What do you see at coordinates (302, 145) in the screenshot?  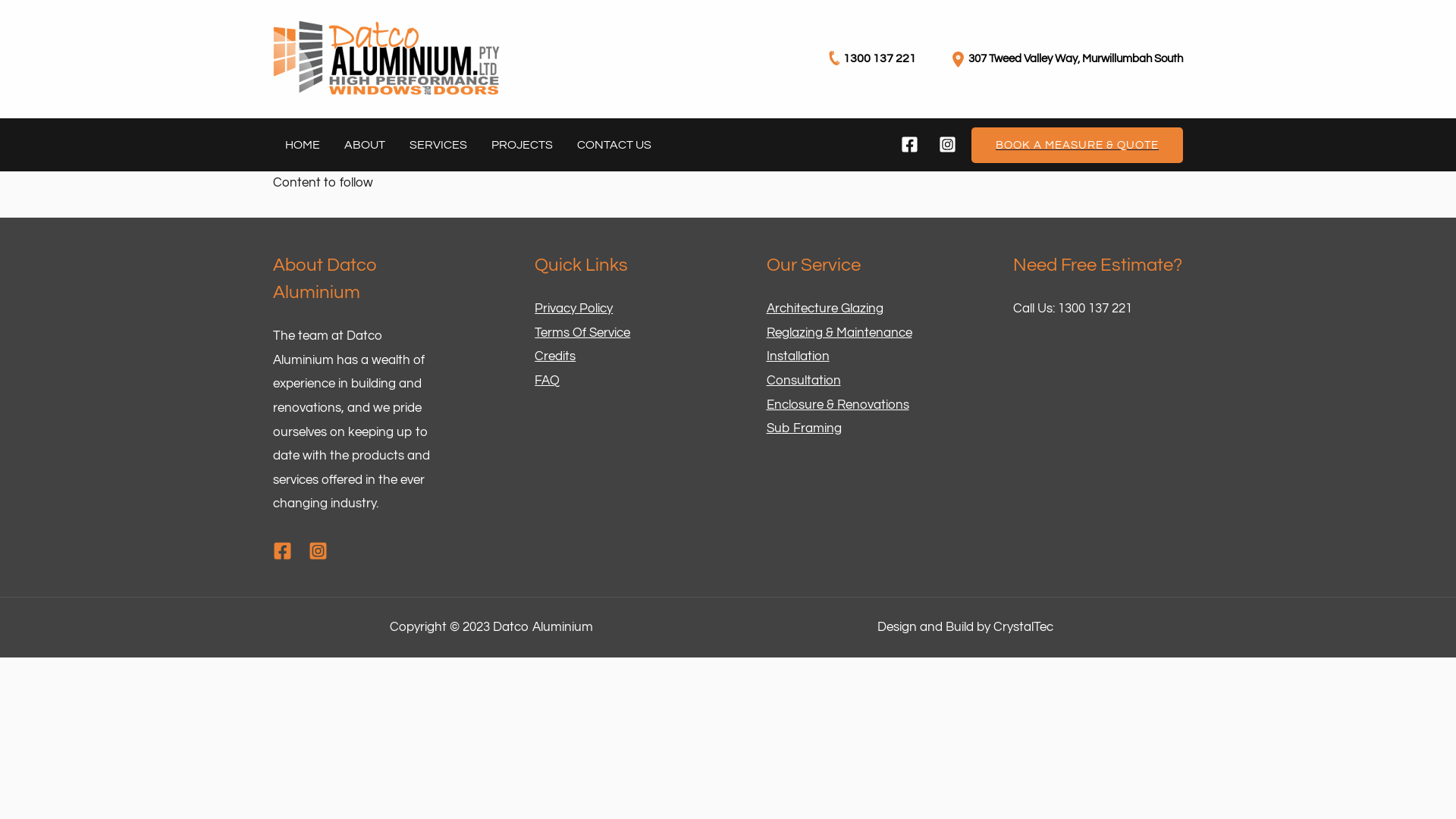 I see `'HOME'` at bounding box center [302, 145].